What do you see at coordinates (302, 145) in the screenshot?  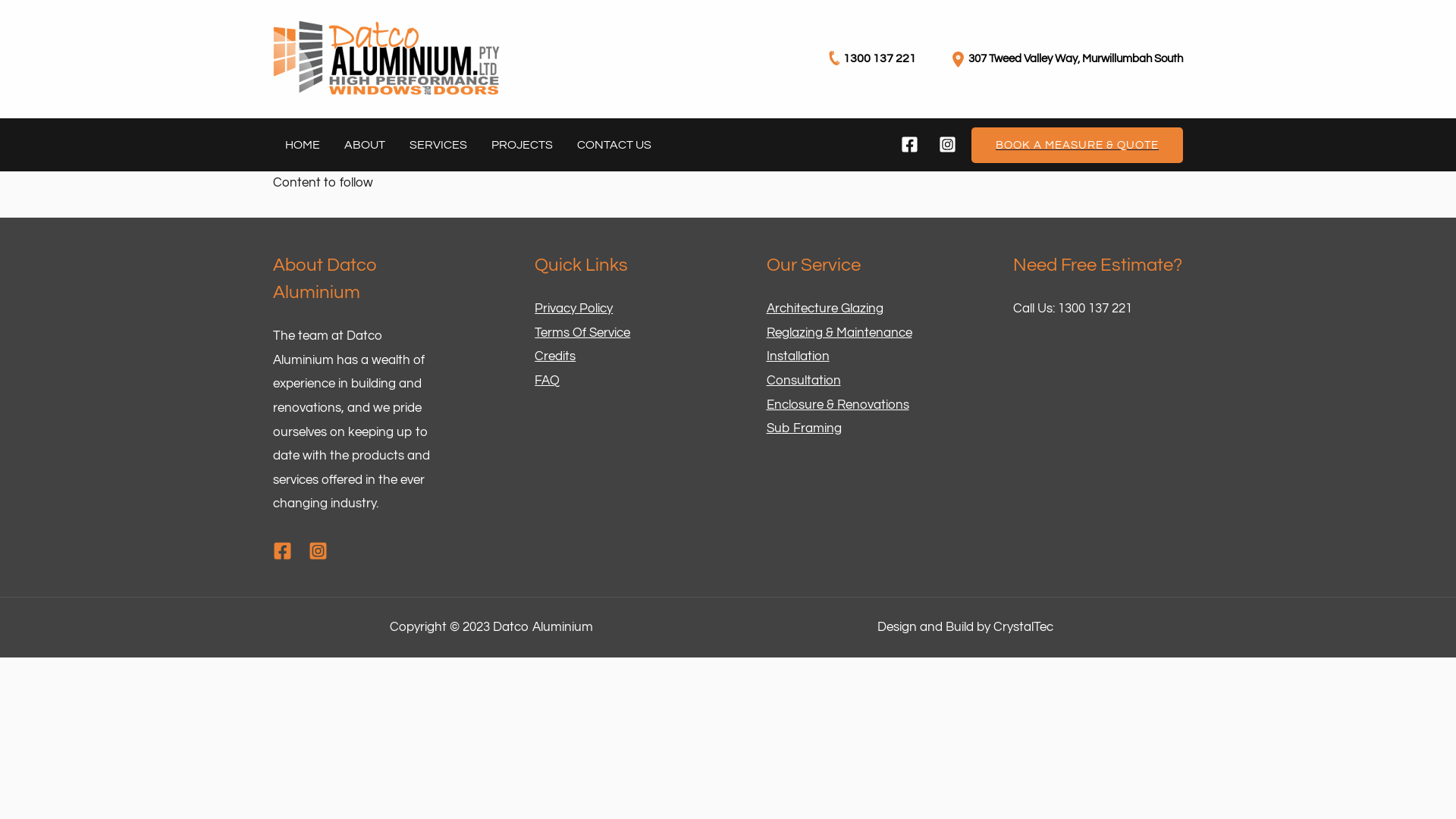 I see `'HOME'` at bounding box center [302, 145].